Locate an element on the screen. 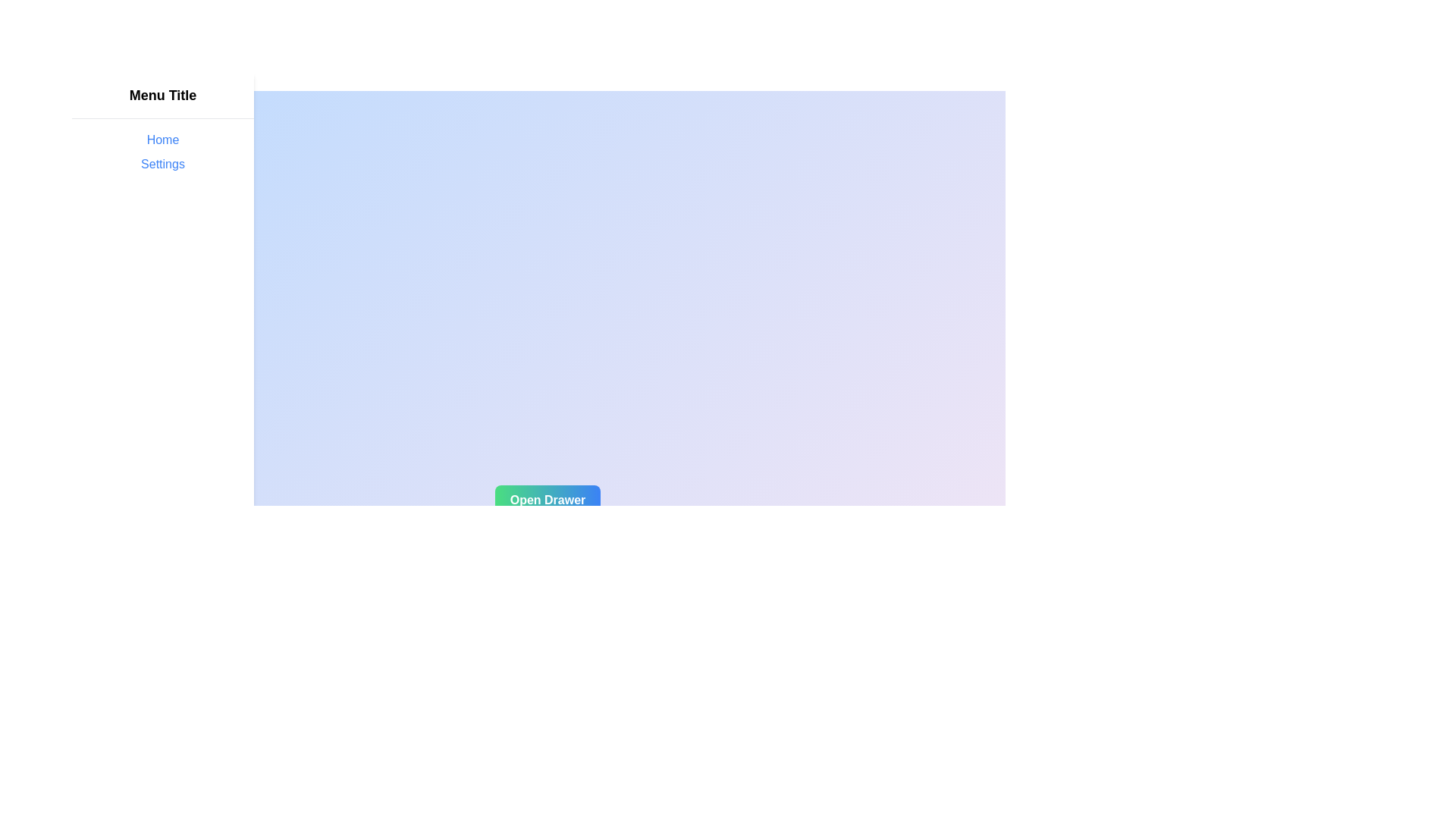  the menu item Settings is located at coordinates (163, 164).